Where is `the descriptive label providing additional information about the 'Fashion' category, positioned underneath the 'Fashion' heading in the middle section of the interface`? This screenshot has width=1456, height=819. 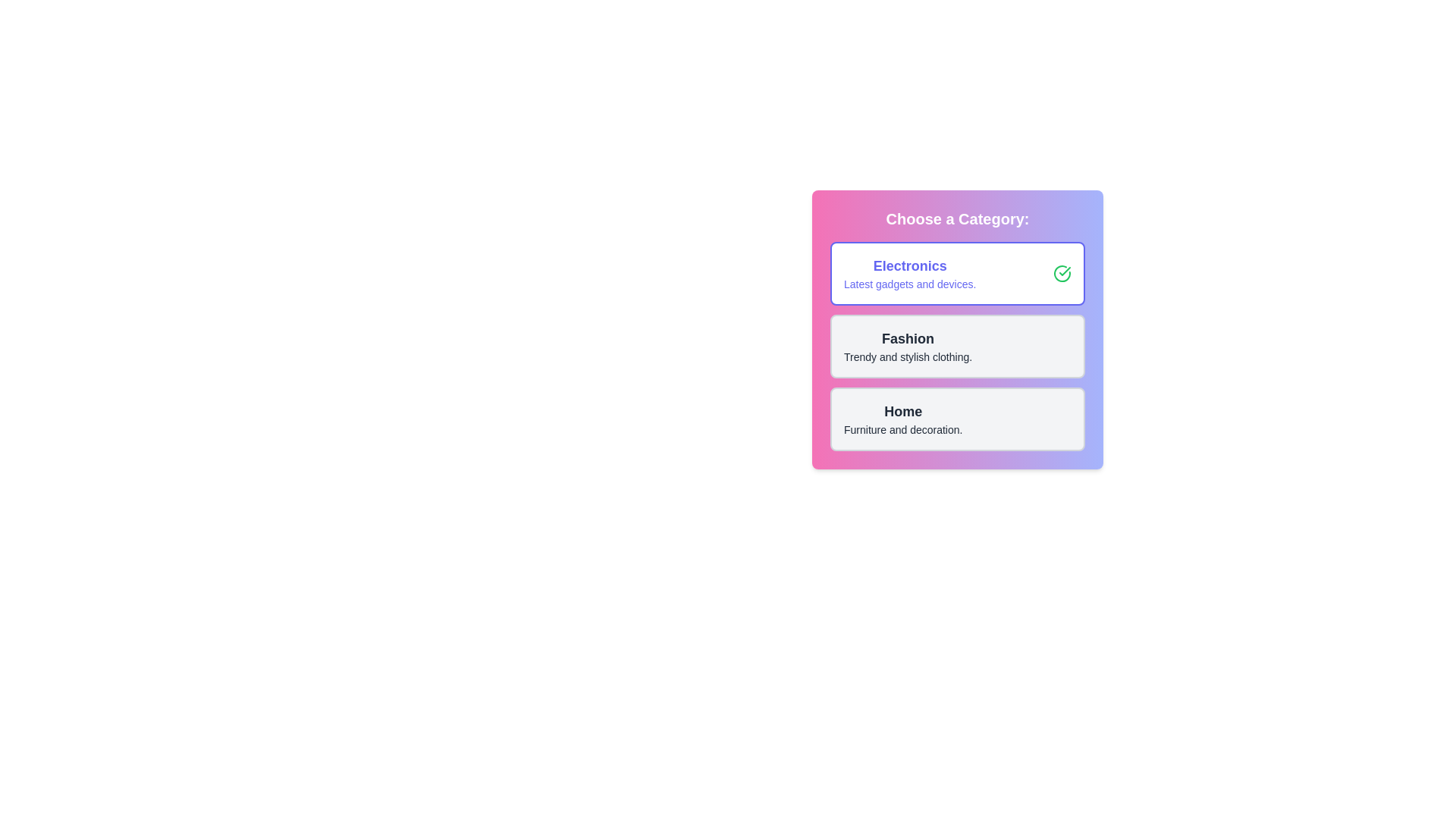
the descriptive label providing additional information about the 'Fashion' category, positioned underneath the 'Fashion' heading in the middle section of the interface is located at coordinates (908, 356).